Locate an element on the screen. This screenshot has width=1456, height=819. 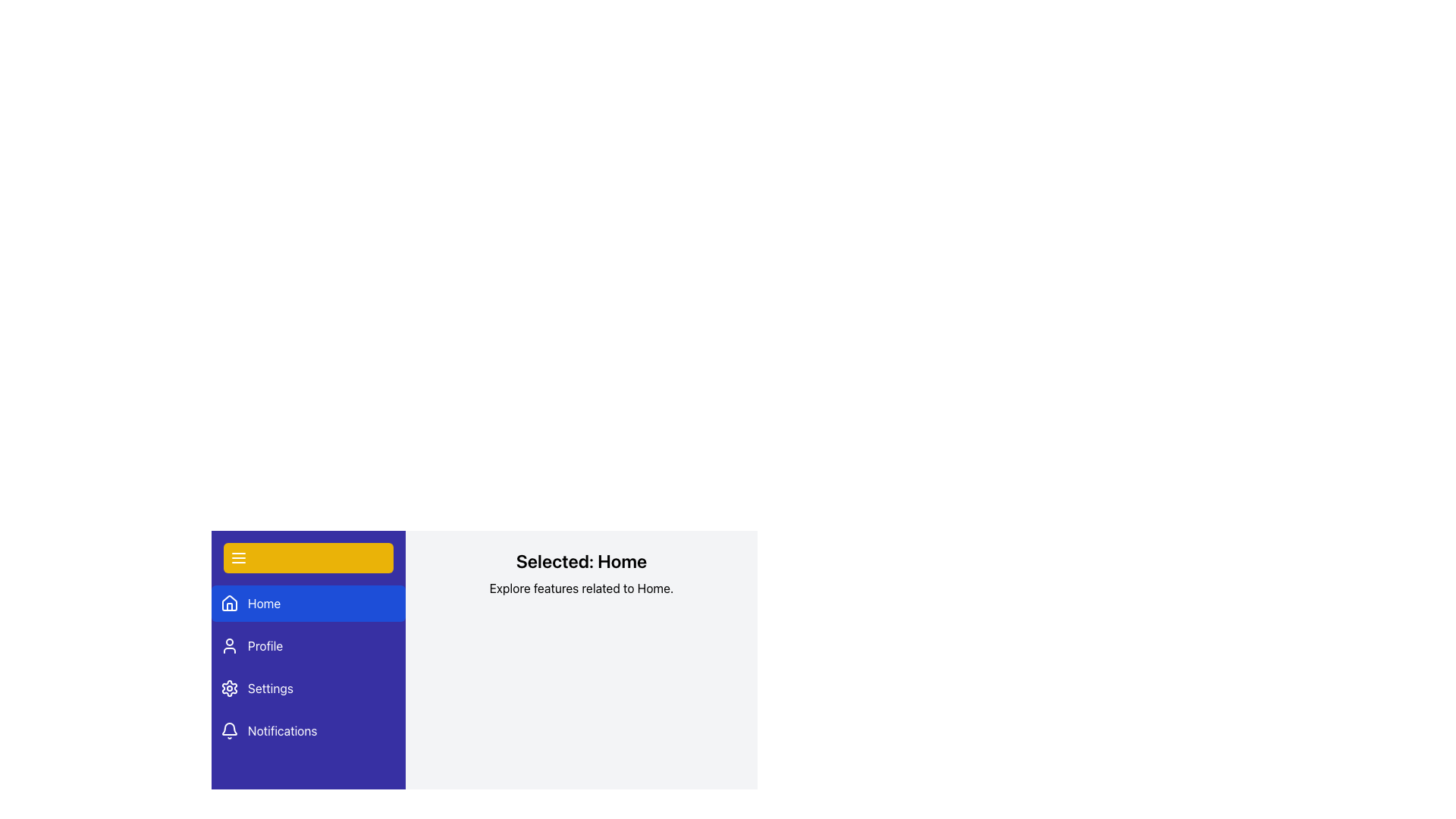
the Text Display element that contains the text 'Explore features related to Home.', located below the headline 'Selected: Home' is located at coordinates (581, 587).